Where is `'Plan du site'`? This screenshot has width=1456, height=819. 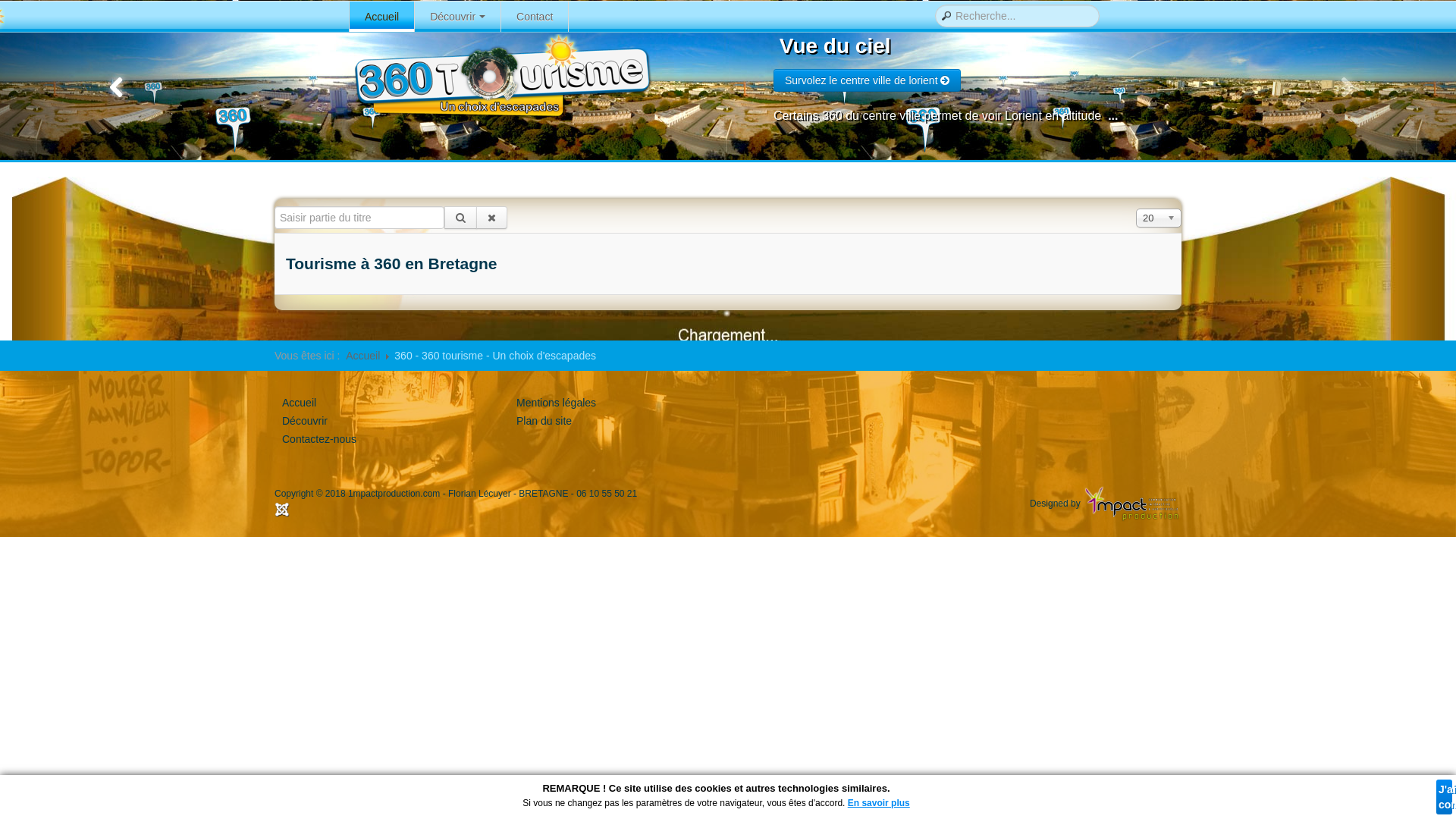
'Plan du site' is located at coordinates (544, 421).